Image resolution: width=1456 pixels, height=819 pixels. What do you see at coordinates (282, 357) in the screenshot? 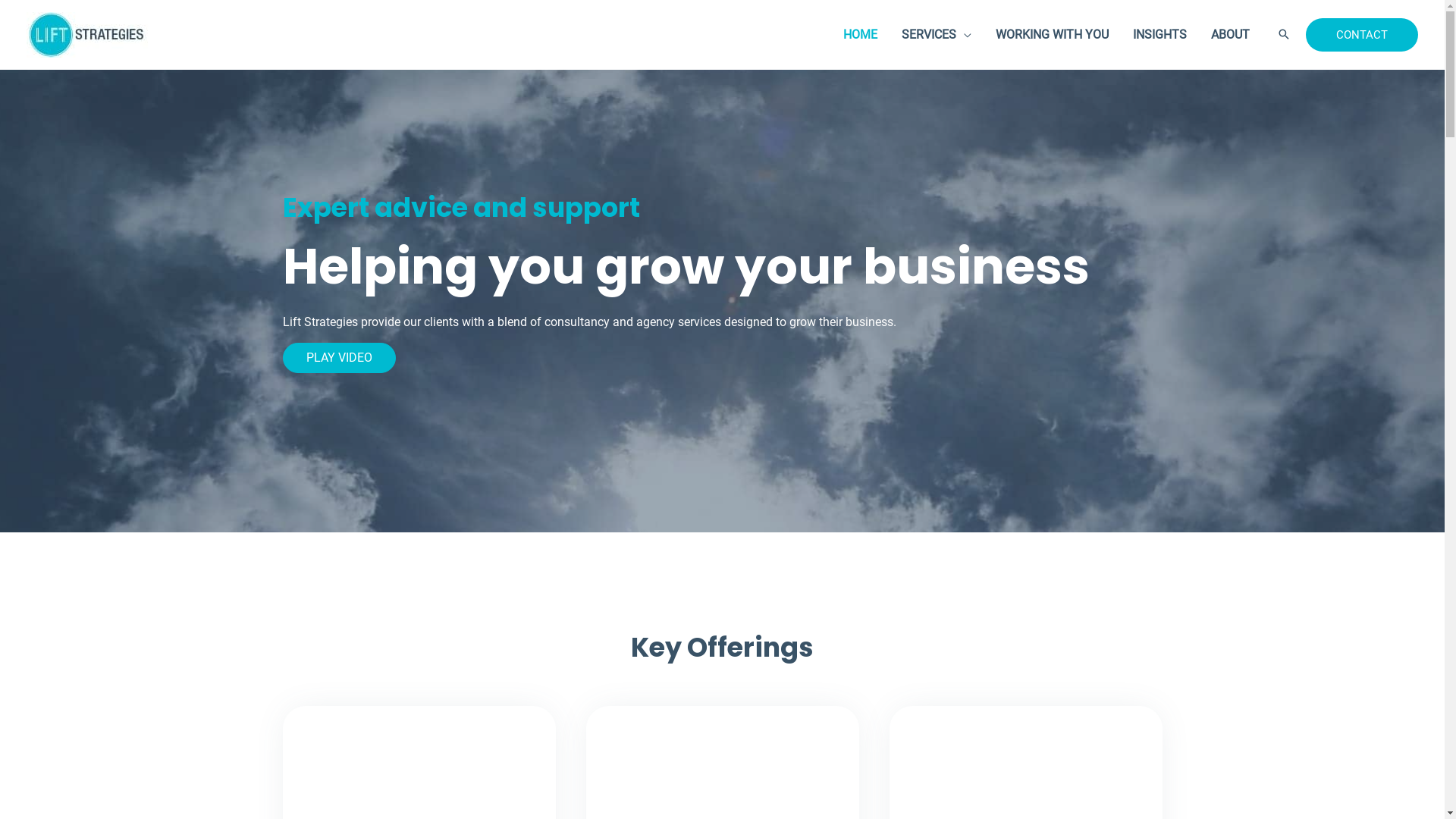
I see `'PLAY VIDEO'` at bounding box center [282, 357].